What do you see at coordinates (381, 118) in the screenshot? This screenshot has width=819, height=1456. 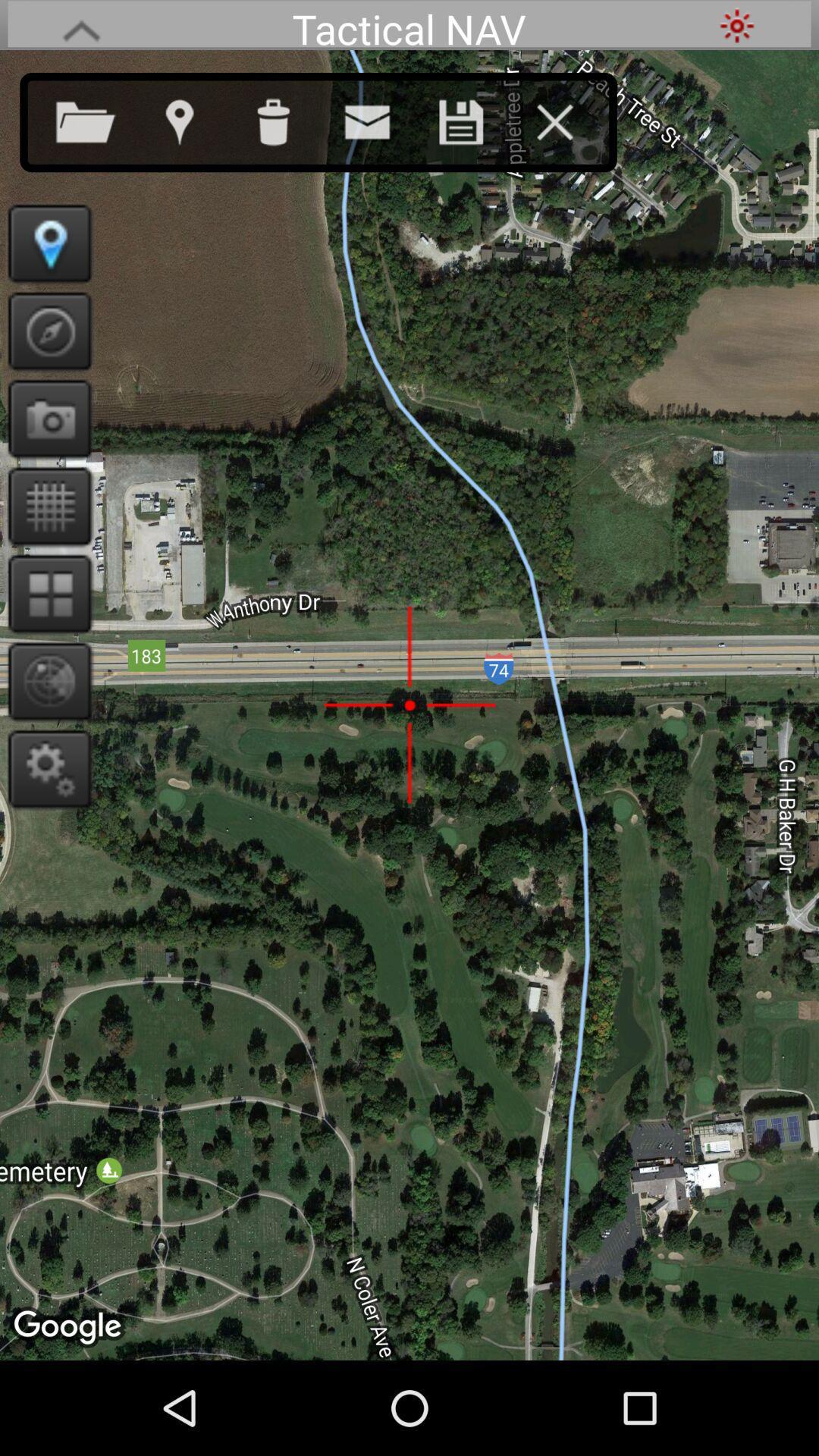 I see `email` at bounding box center [381, 118].